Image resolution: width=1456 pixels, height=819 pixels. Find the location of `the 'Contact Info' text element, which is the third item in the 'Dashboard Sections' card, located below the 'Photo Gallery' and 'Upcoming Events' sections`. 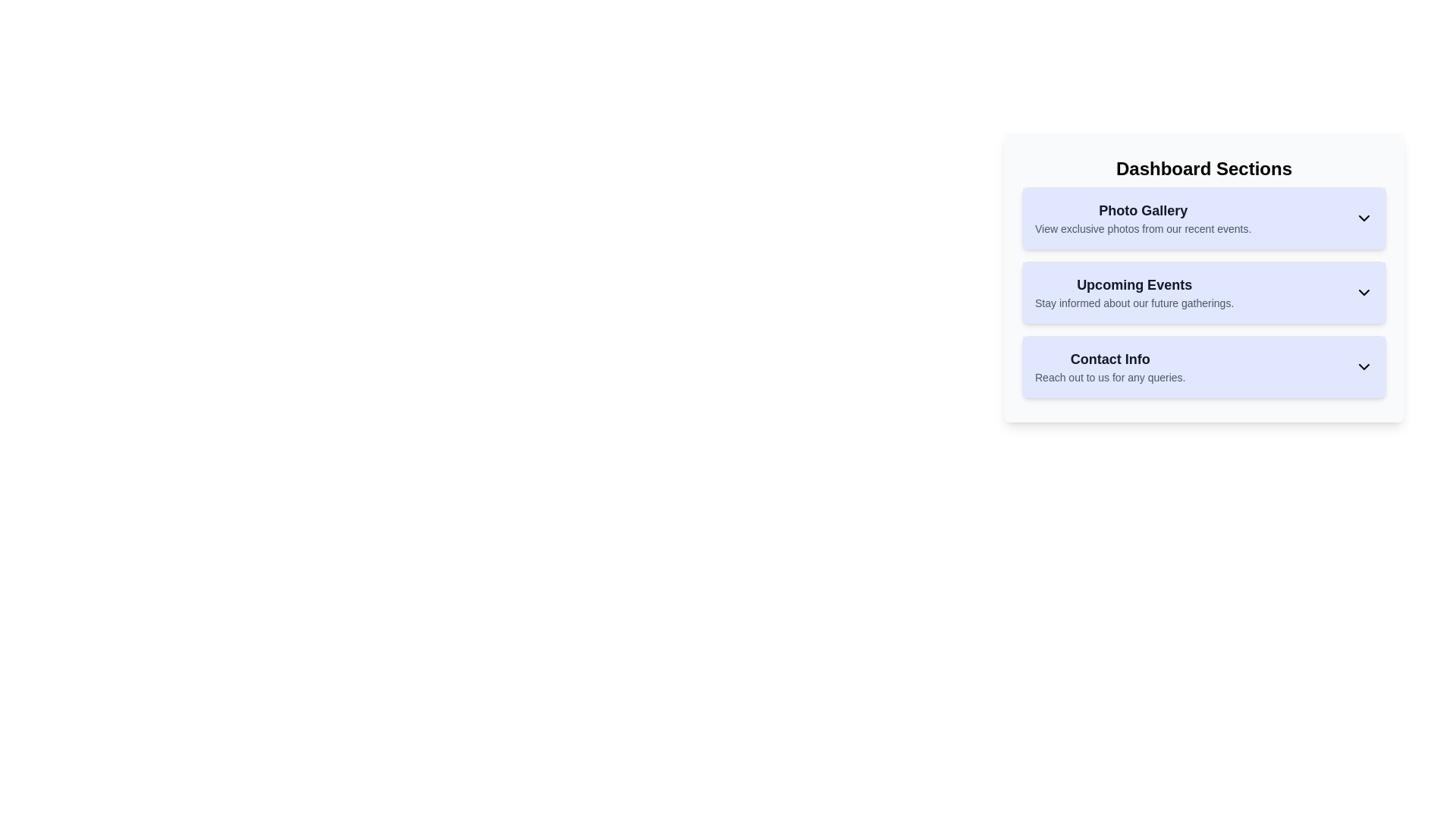

the 'Contact Info' text element, which is the third item in the 'Dashboard Sections' card, located below the 'Photo Gallery' and 'Upcoming Events' sections is located at coordinates (1110, 366).